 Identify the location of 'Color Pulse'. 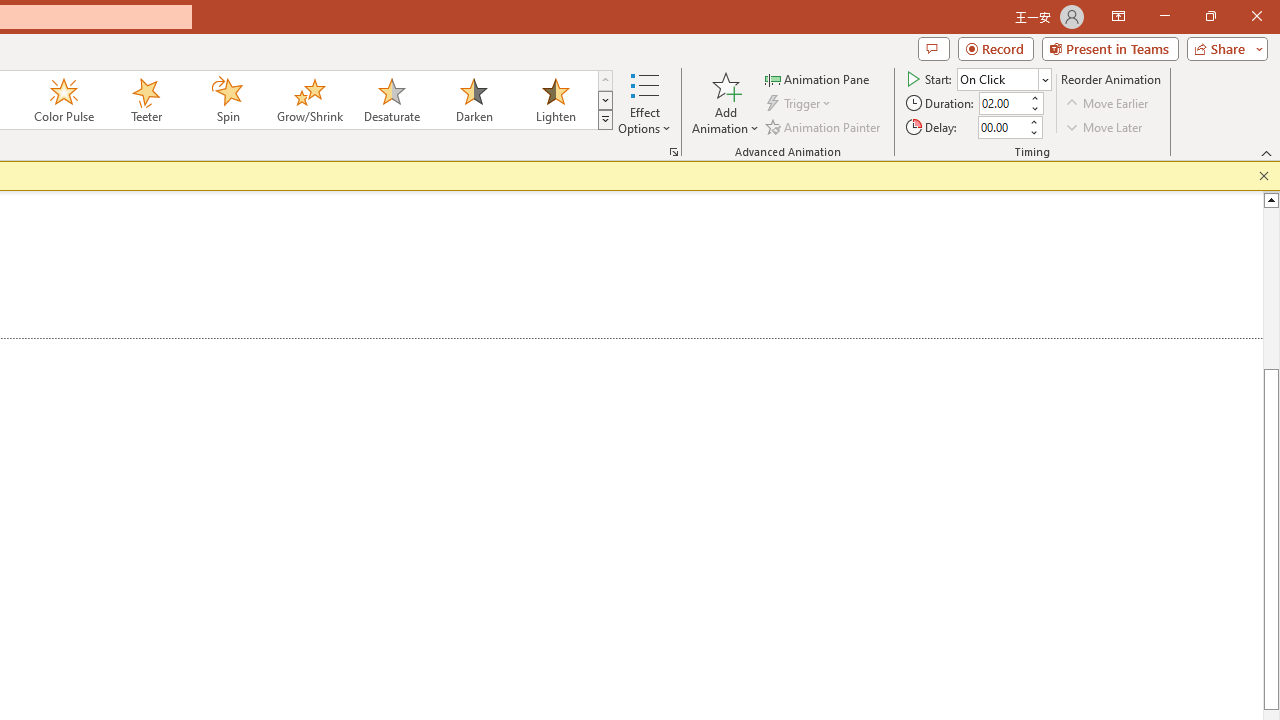
(64, 100).